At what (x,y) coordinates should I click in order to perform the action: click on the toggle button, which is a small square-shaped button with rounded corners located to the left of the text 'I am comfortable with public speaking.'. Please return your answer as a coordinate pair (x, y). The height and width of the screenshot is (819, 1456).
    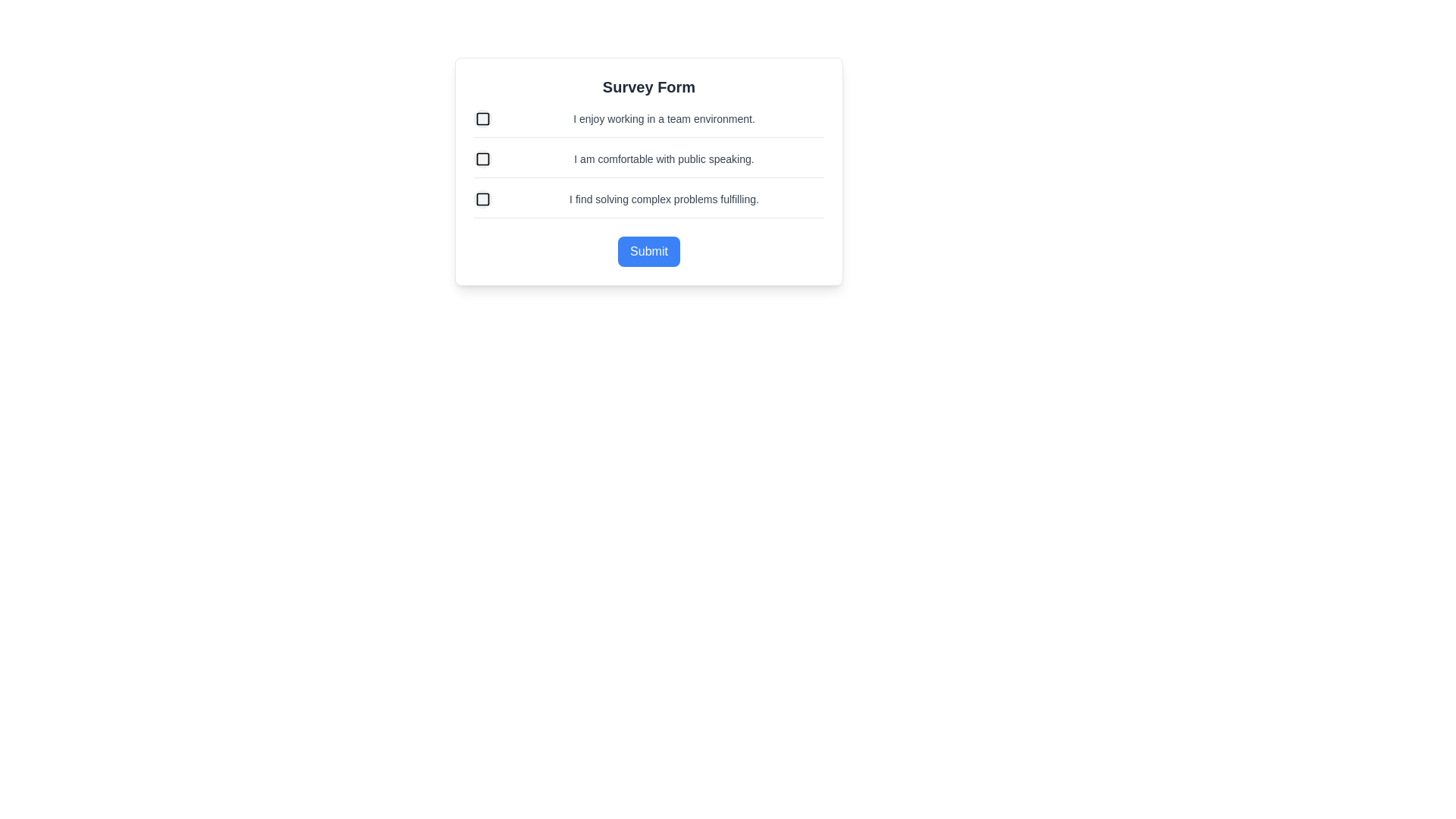
    Looking at the image, I should click on (482, 158).